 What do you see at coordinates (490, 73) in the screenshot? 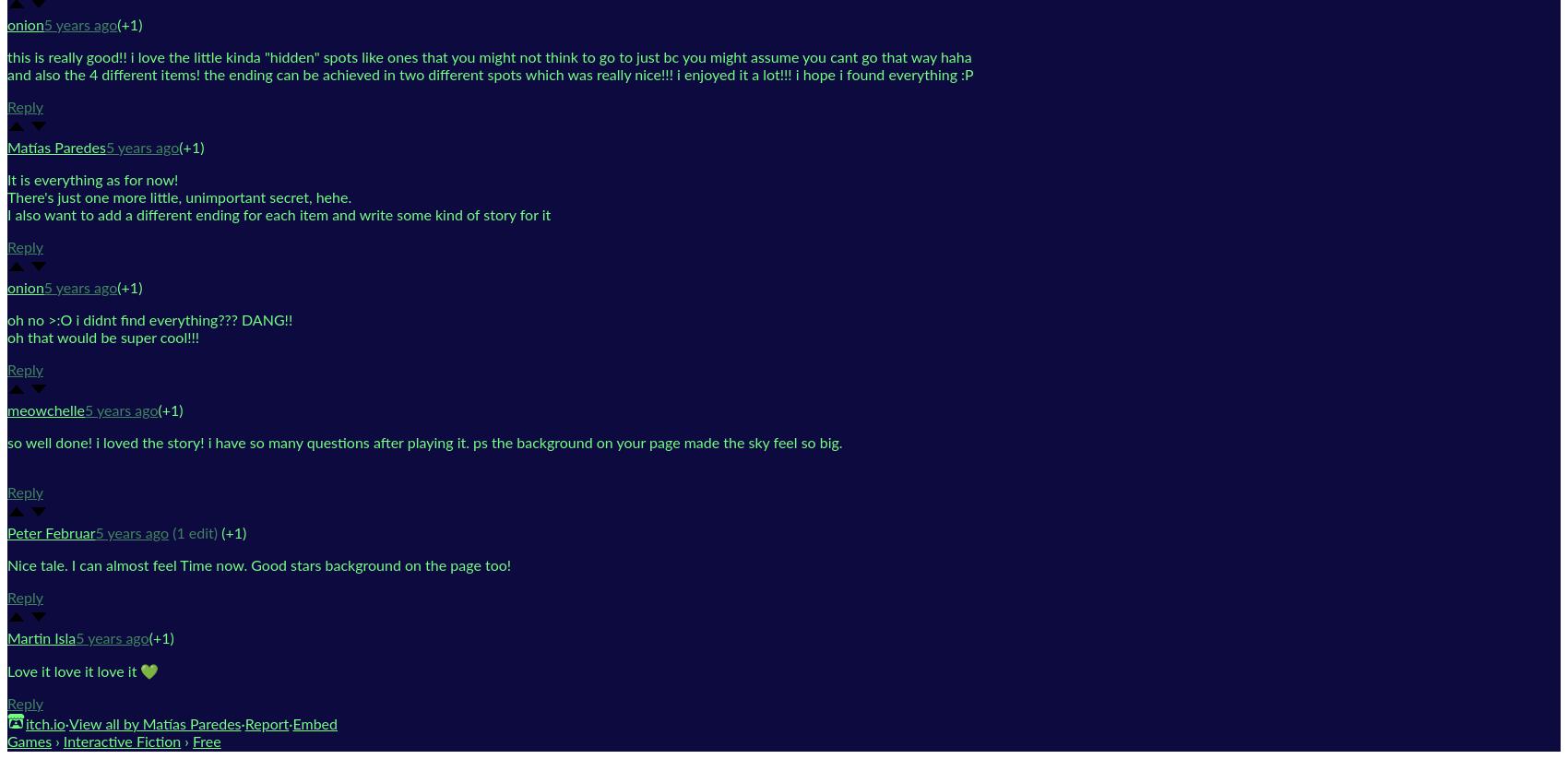
I see `'and also the 4 different items! the ending can be achieved in two different spots which was really nice!!! i enjoyed it a lot!!! i hope i found everything :P'` at bounding box center [490, 73].